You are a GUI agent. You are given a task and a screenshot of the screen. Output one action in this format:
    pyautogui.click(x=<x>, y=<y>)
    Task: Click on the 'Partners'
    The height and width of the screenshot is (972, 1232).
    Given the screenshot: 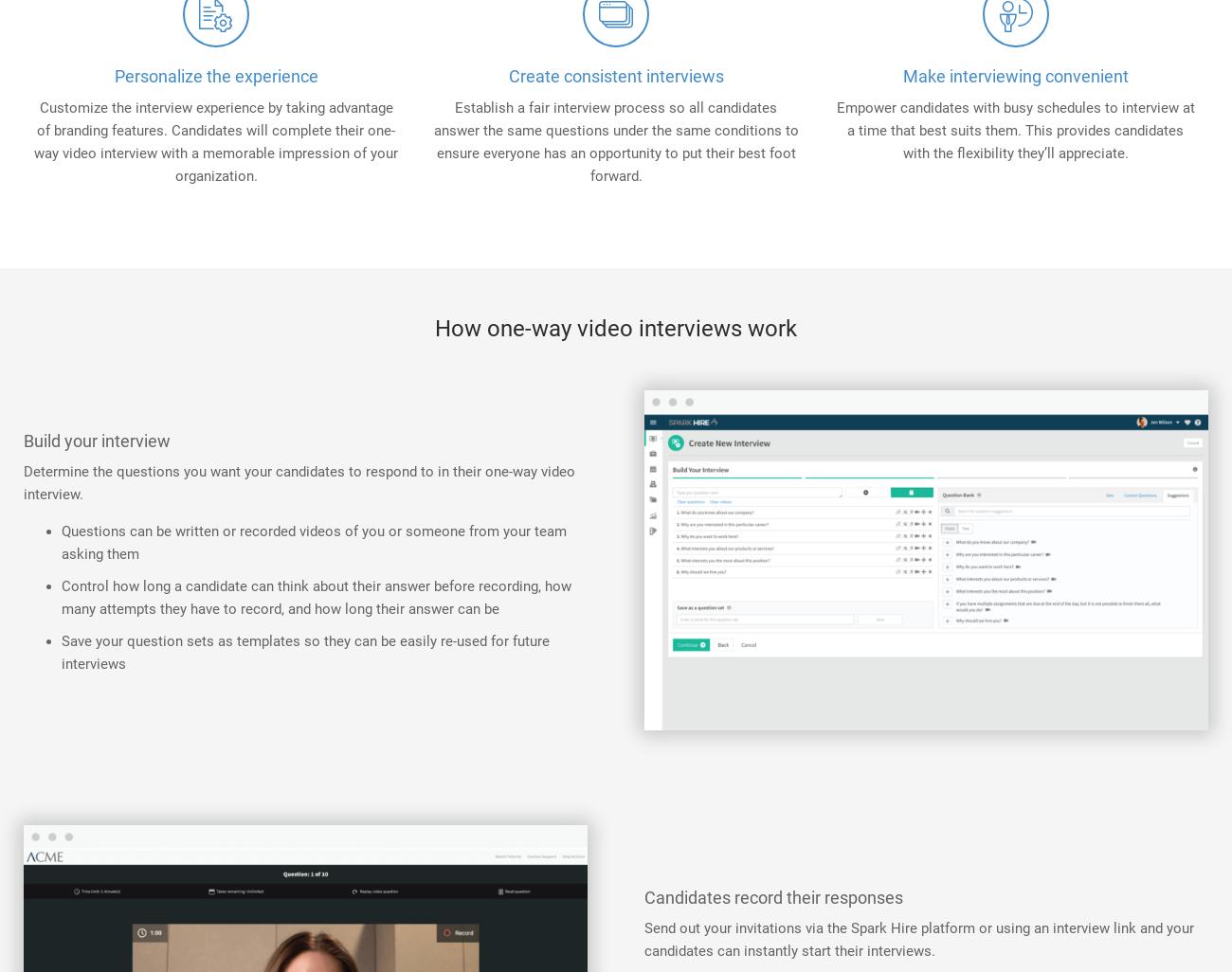 What is the action you would take?
    pyautogui.click(x=49, y=177)
    